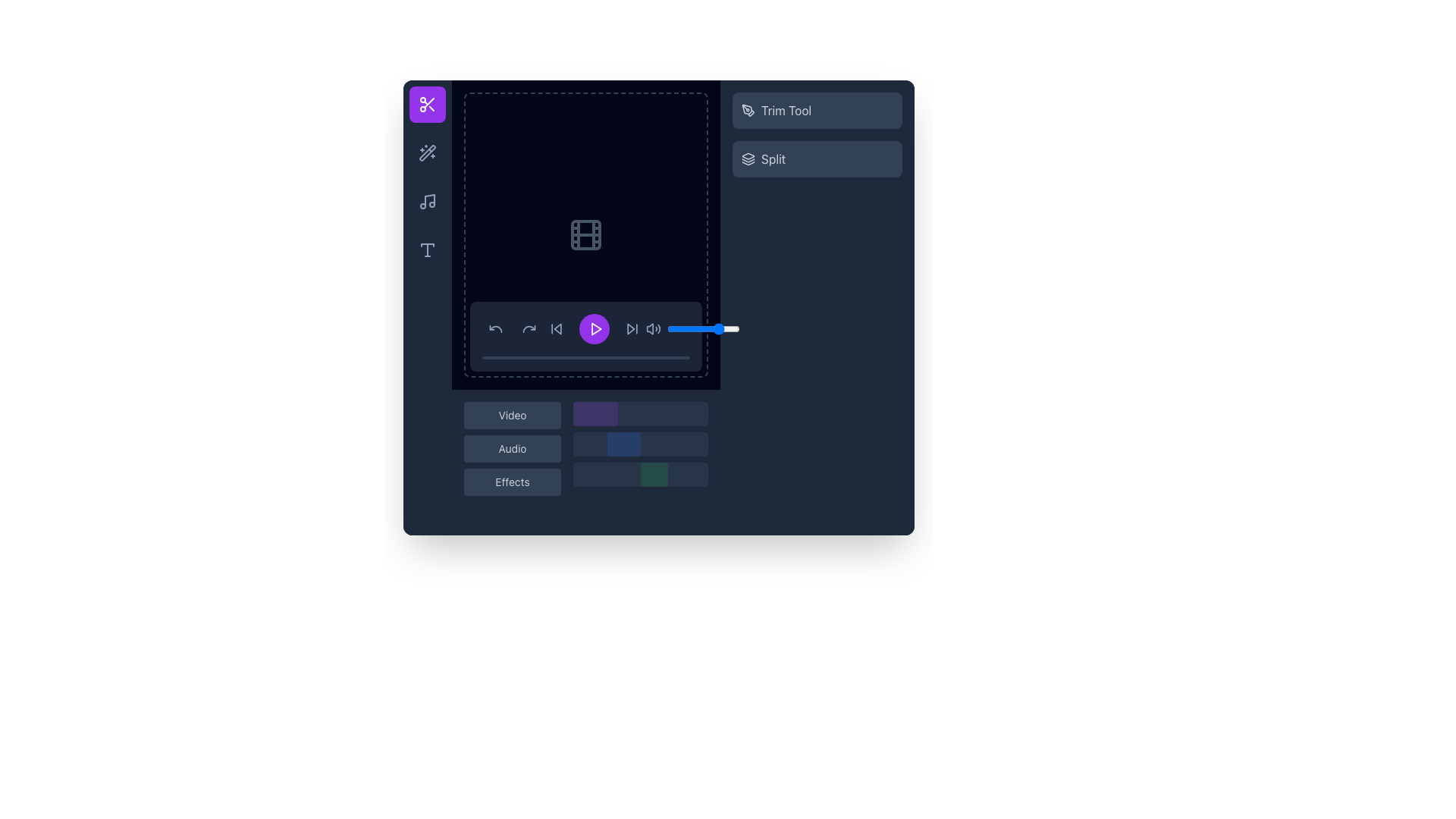 Image resolution: width=1456 pixels, height=819 pixels. What do you see at coordinates (632, 328) in the screenshot?
I see `the forward skip icon, which is a triangle pointing to the right with a vertical line, located in the toolbar at the bottom of the interface, to the right of the purple play button and to the left of the speaker icon` at bounding box center [632, 328].